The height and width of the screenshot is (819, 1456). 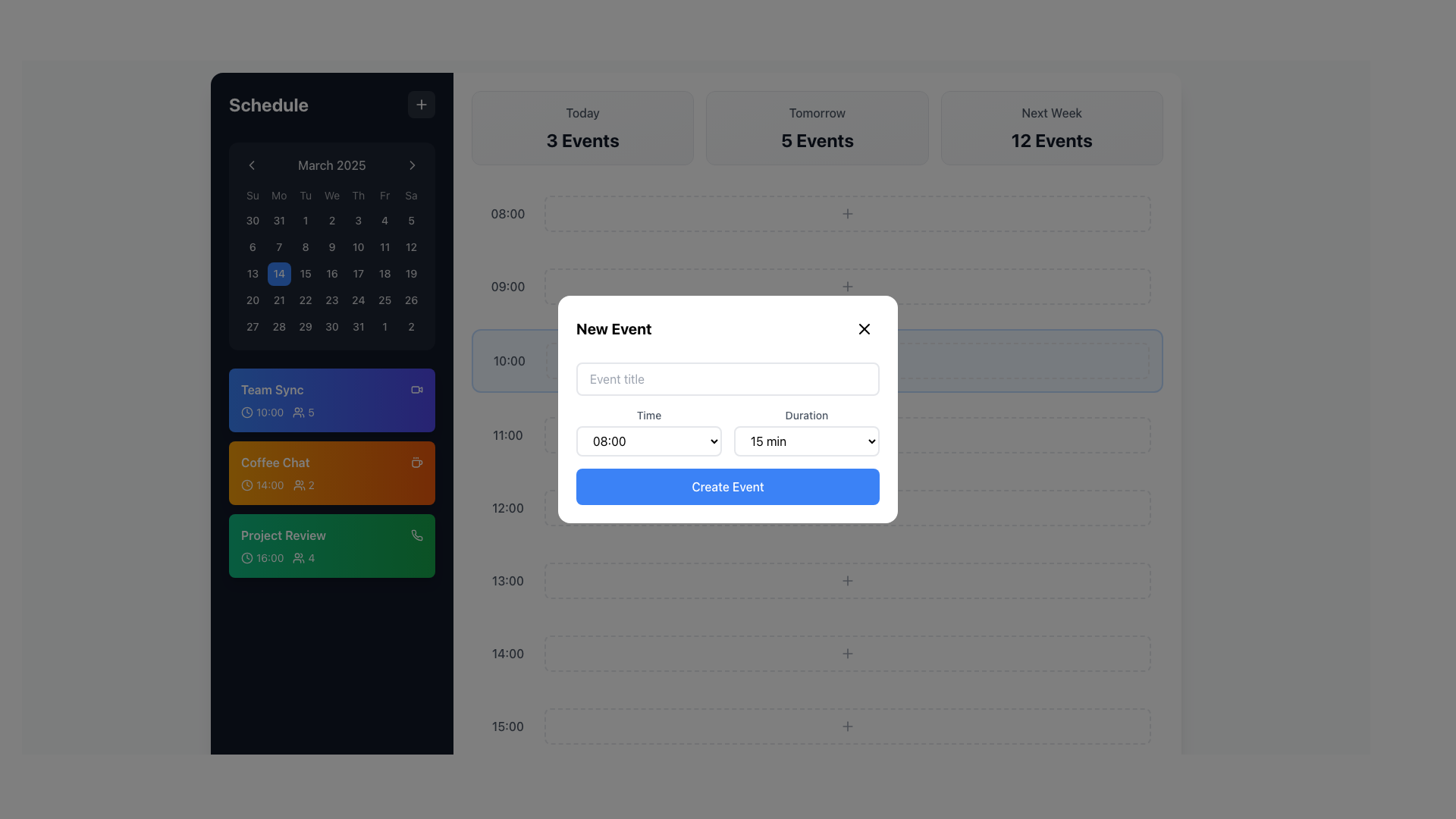 What do you see at coordinates (310, 558) in the screenshot?
I see `numeral '4' displayed in white font, which indicates the participant count in the calendar-style event interface next to the user group icon in the 'Project Review' event tile` at bounding box center [310, 558].